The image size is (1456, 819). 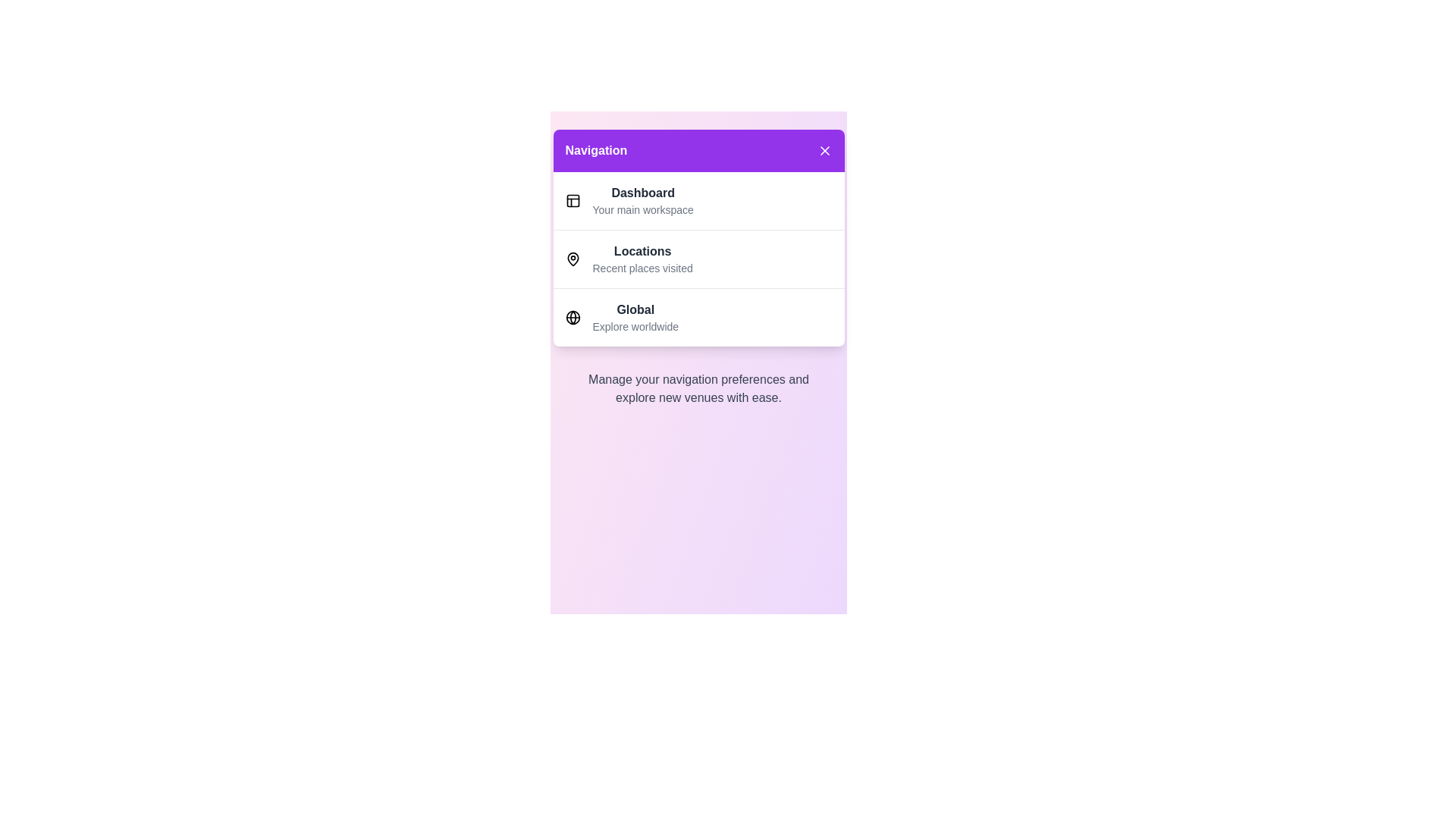 What do you see at coordinates (644, 257) in the screenshot?
I see `the menu item Locations from the navigation menu` at bounding box center [644, 257].